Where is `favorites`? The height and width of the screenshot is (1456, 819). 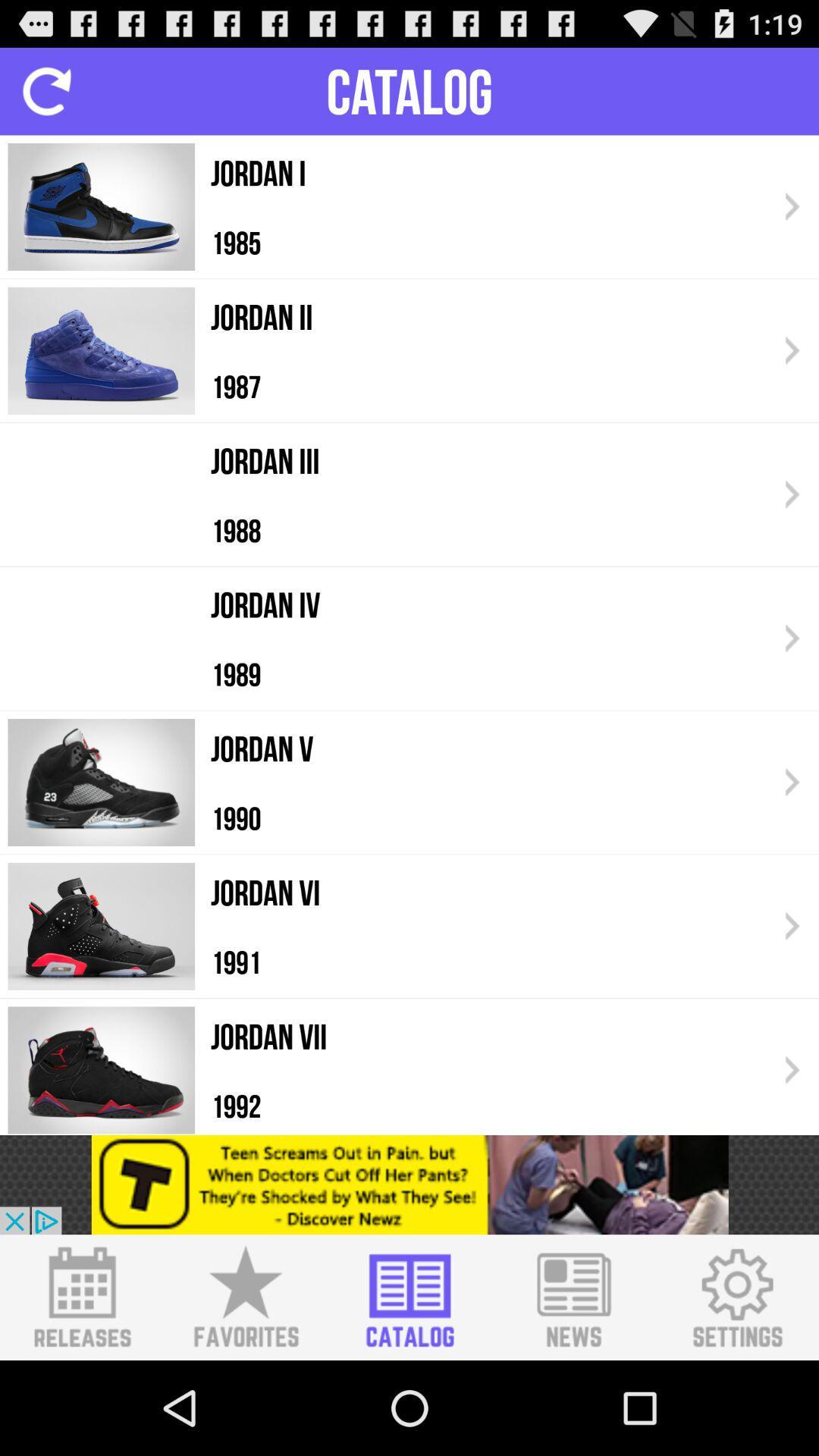 favorites is located at coordinates (245, 1297).